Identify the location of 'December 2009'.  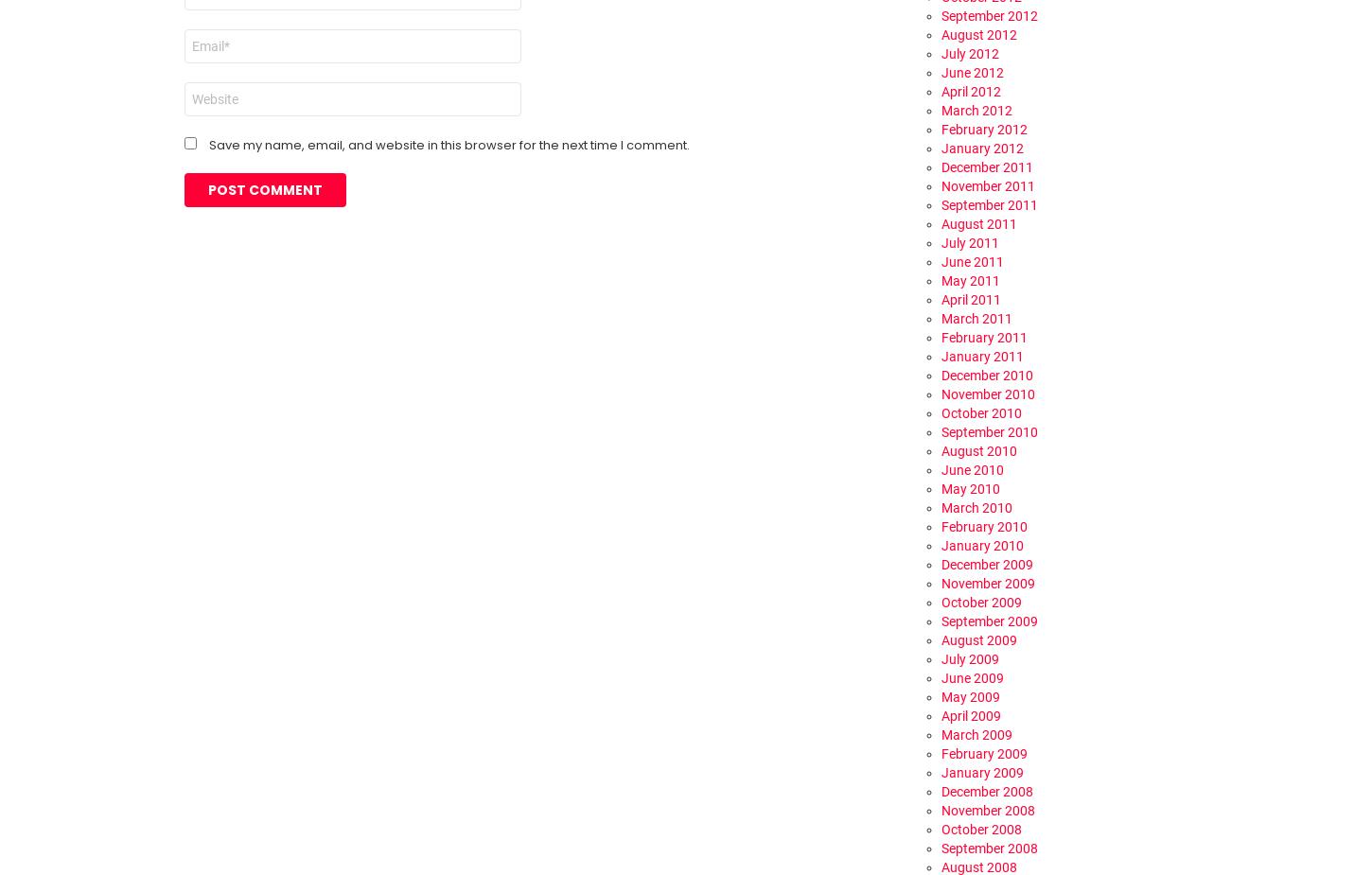
(941, 563).